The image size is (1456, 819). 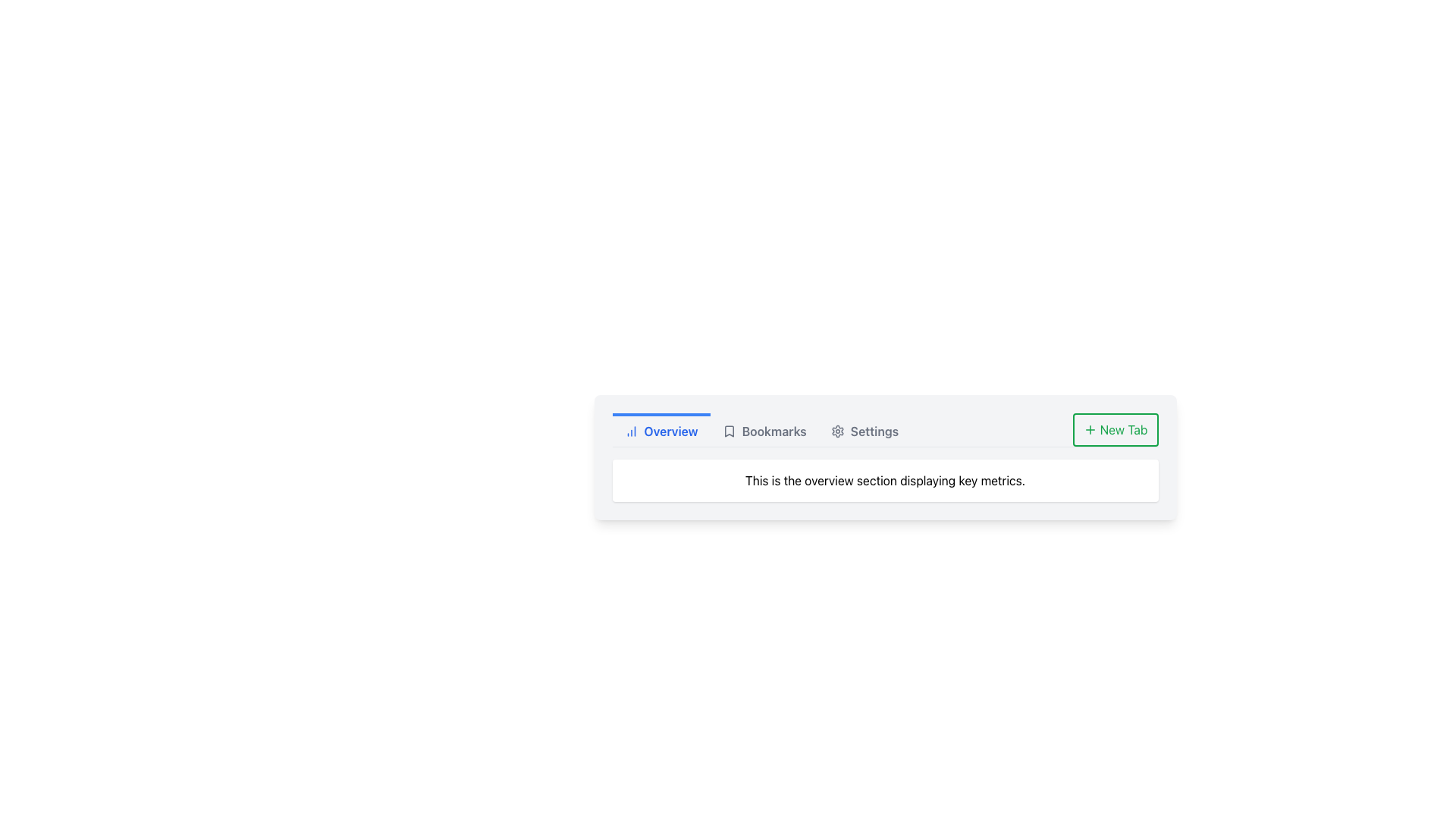 I want to click on the 'New Tab' button, which is a rectangular button with green text and a '+' icon, located at the far right of the top navigation bar, so click(x=1116, y=430).